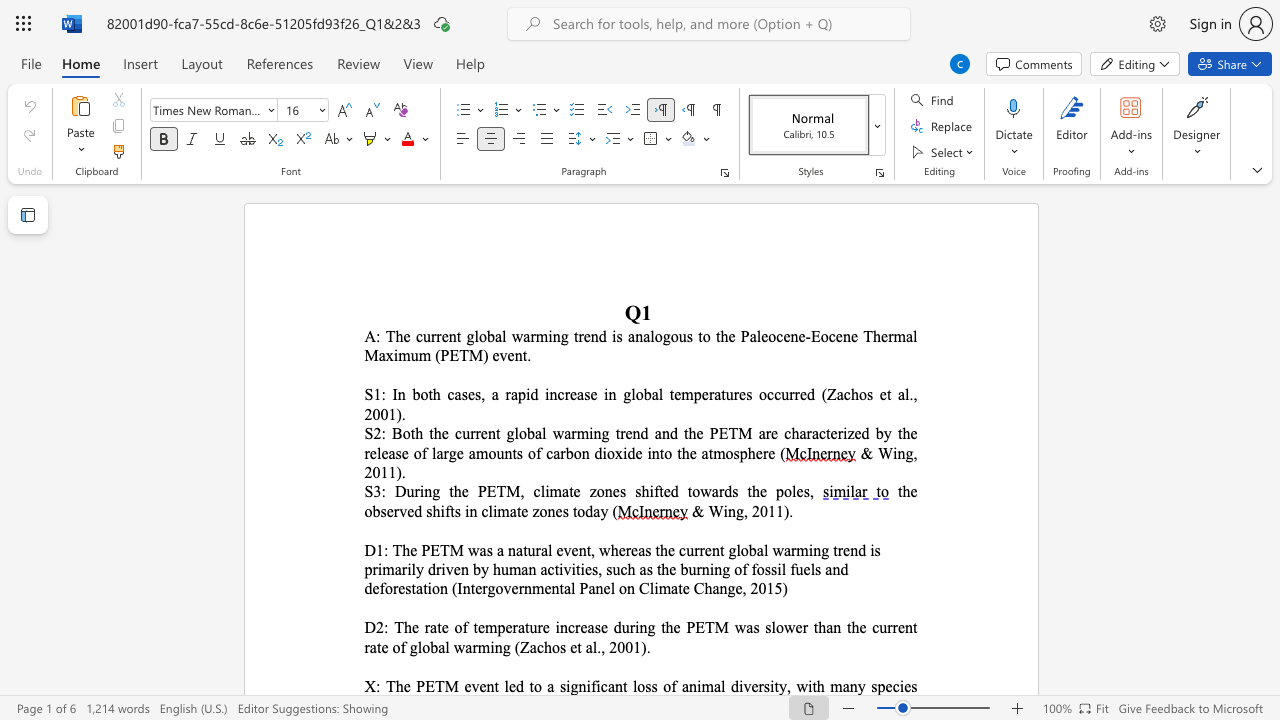 Image resolution: width=1280 pixels, height=720 pixels. What do you see at coordinates (727, 432) in the screenshot?
I see `the space between the continuous character "E" and "T" in the text` at bounding box center [727, 432].